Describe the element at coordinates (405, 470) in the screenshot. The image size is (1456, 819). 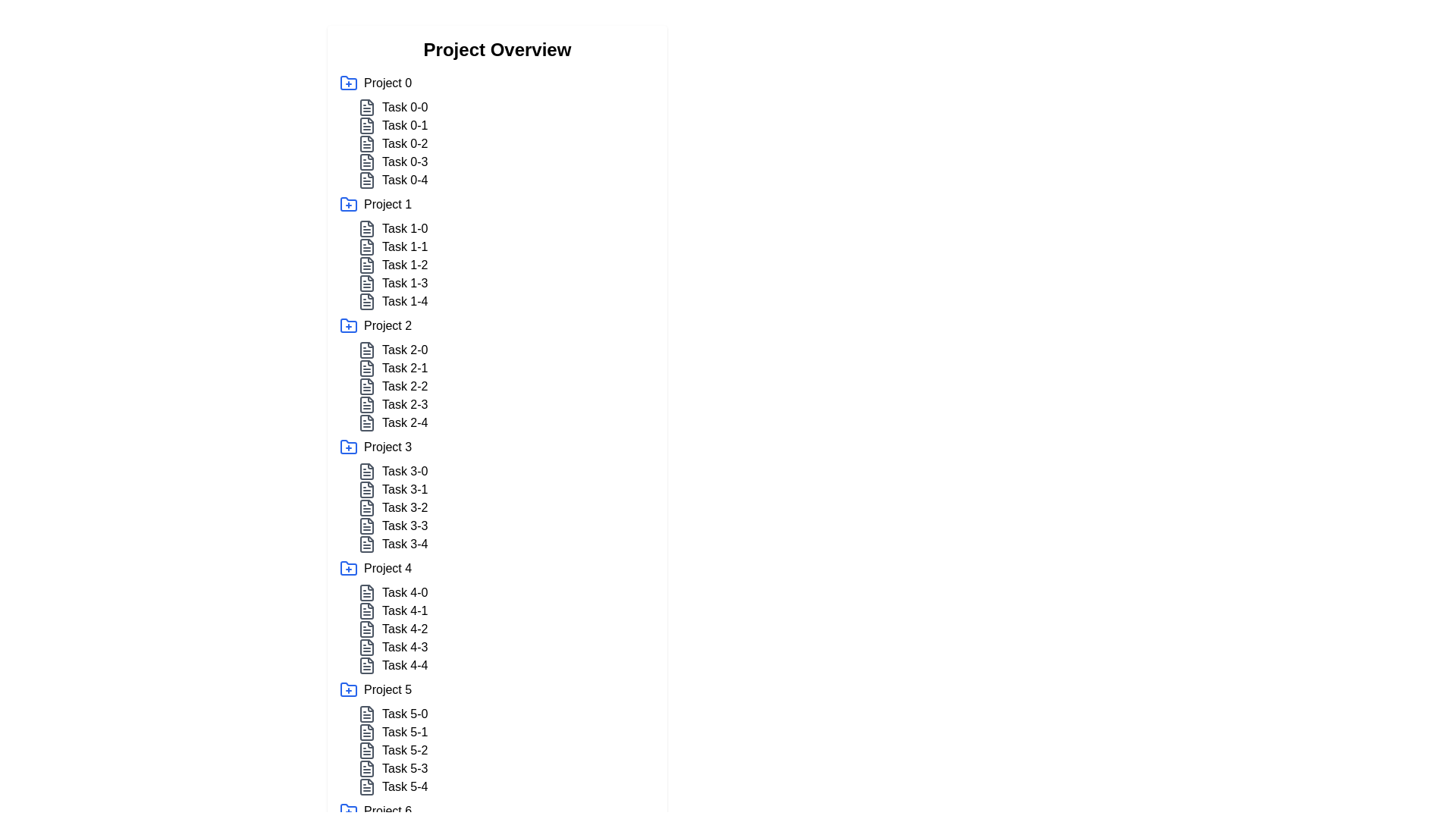
I see `the static text element labeled 'Task 3-0', which is the first item in the list under 'Project 3'` at that location.